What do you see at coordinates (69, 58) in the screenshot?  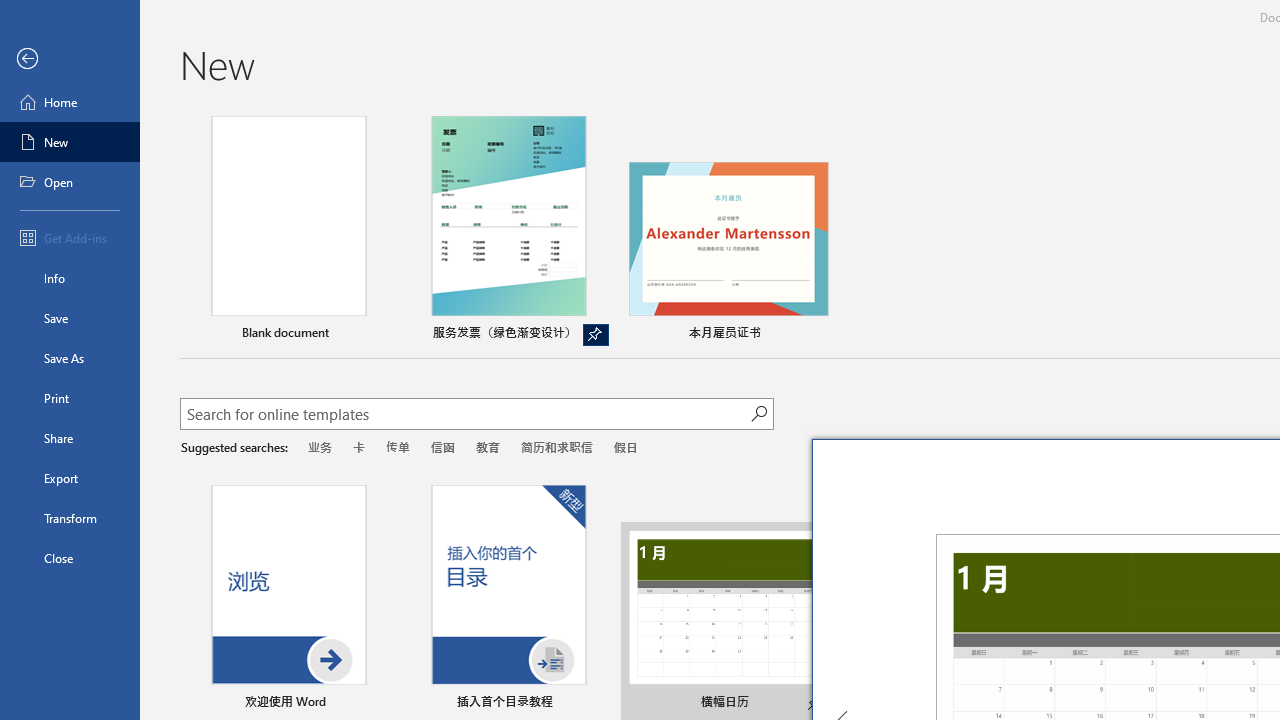 I see `'Back'` at bounding box center [69, 58].